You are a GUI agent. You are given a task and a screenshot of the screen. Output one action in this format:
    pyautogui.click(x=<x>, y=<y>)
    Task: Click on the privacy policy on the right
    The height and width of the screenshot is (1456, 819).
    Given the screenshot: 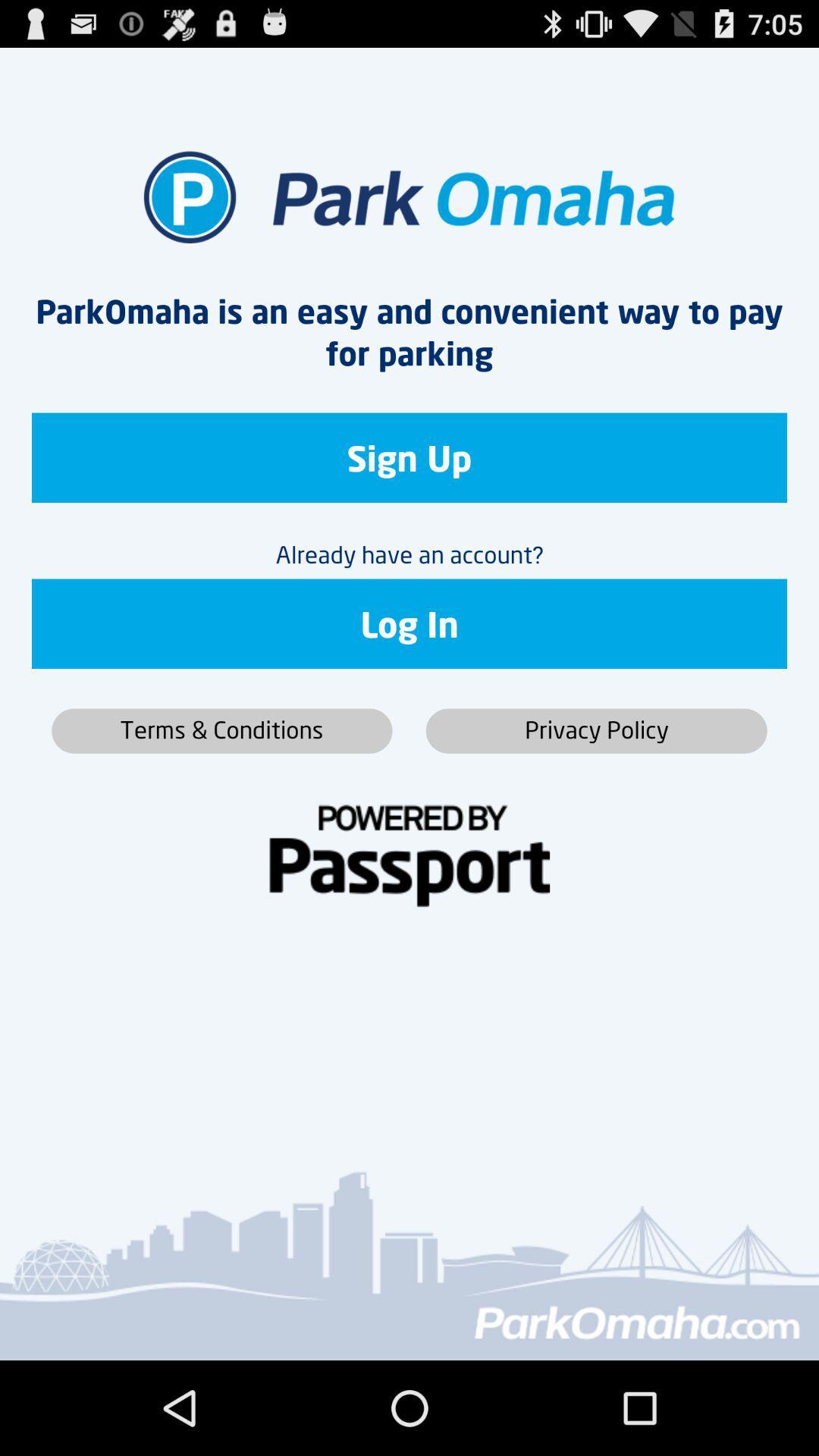 What is the action you would take?
    pyautogui.click(x=595, y=731)
    